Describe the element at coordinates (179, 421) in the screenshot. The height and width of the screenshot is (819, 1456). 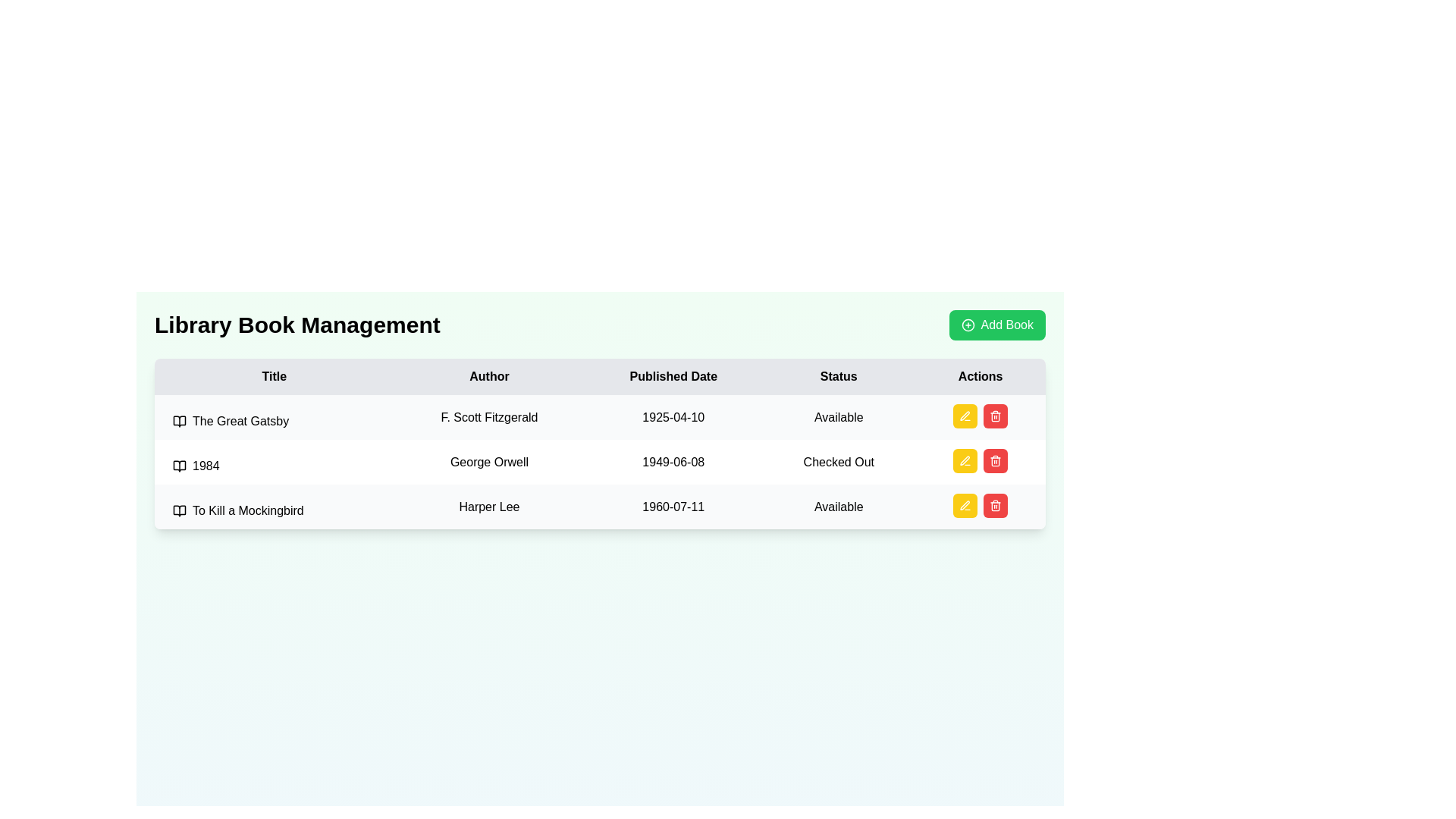
I see `the book icon representing 'The Great Gatsby' in the library management table, located in the first row under the 'Title' column` at that location.